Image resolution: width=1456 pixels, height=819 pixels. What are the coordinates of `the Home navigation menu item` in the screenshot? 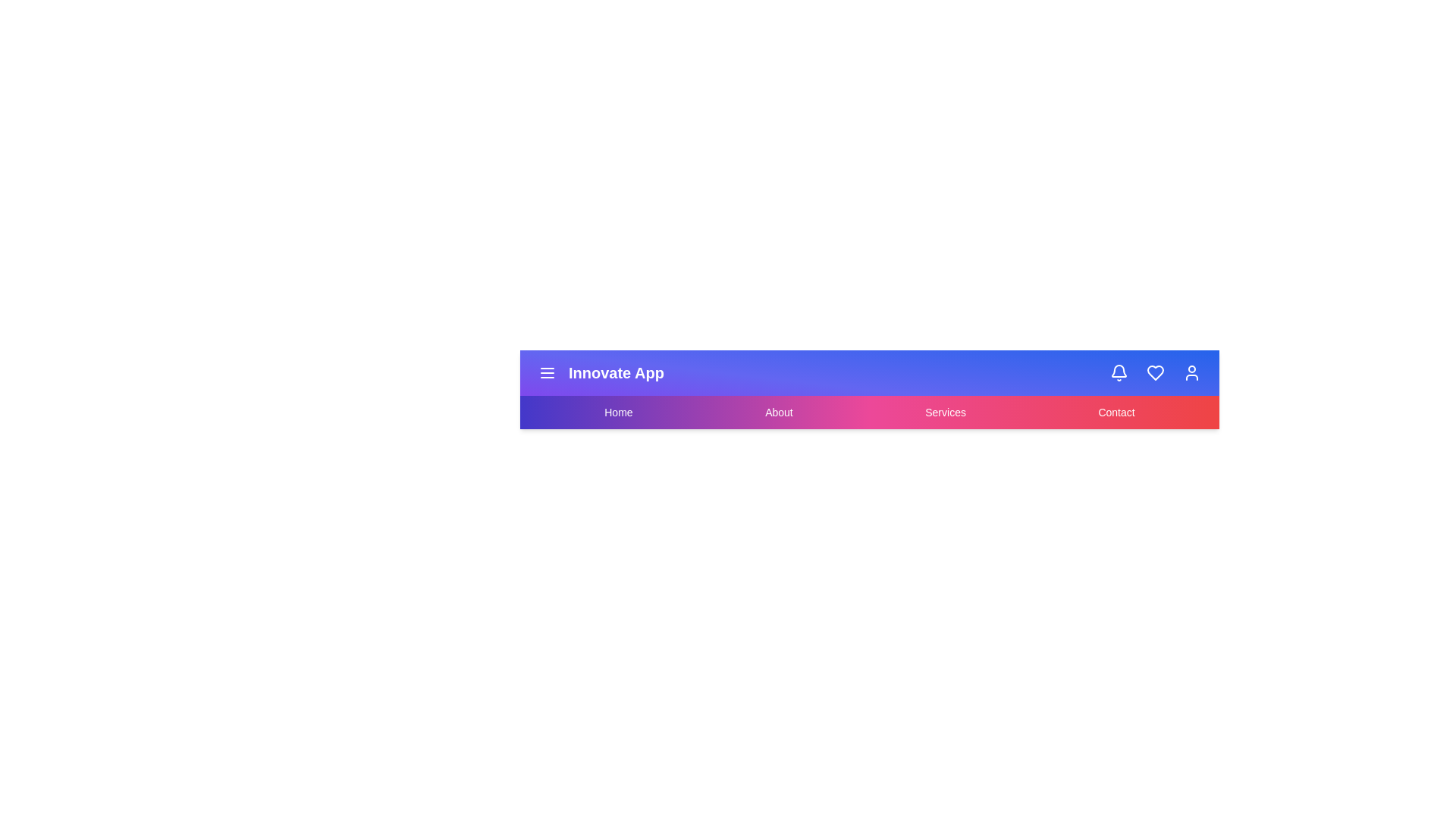 It's located at (619, 412).